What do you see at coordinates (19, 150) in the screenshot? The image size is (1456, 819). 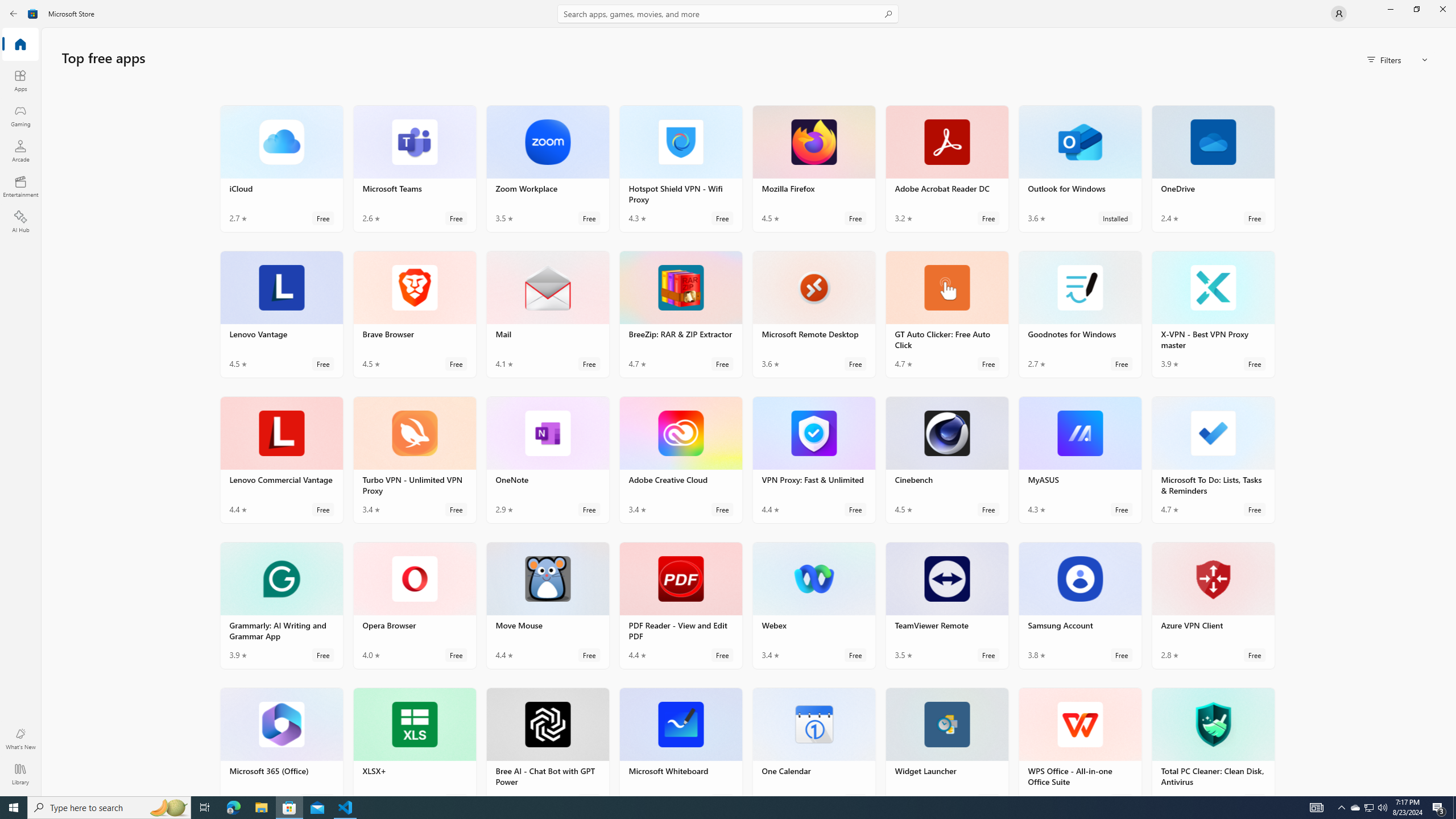 I see `'Arcade'` at bounding box center [19, 150].